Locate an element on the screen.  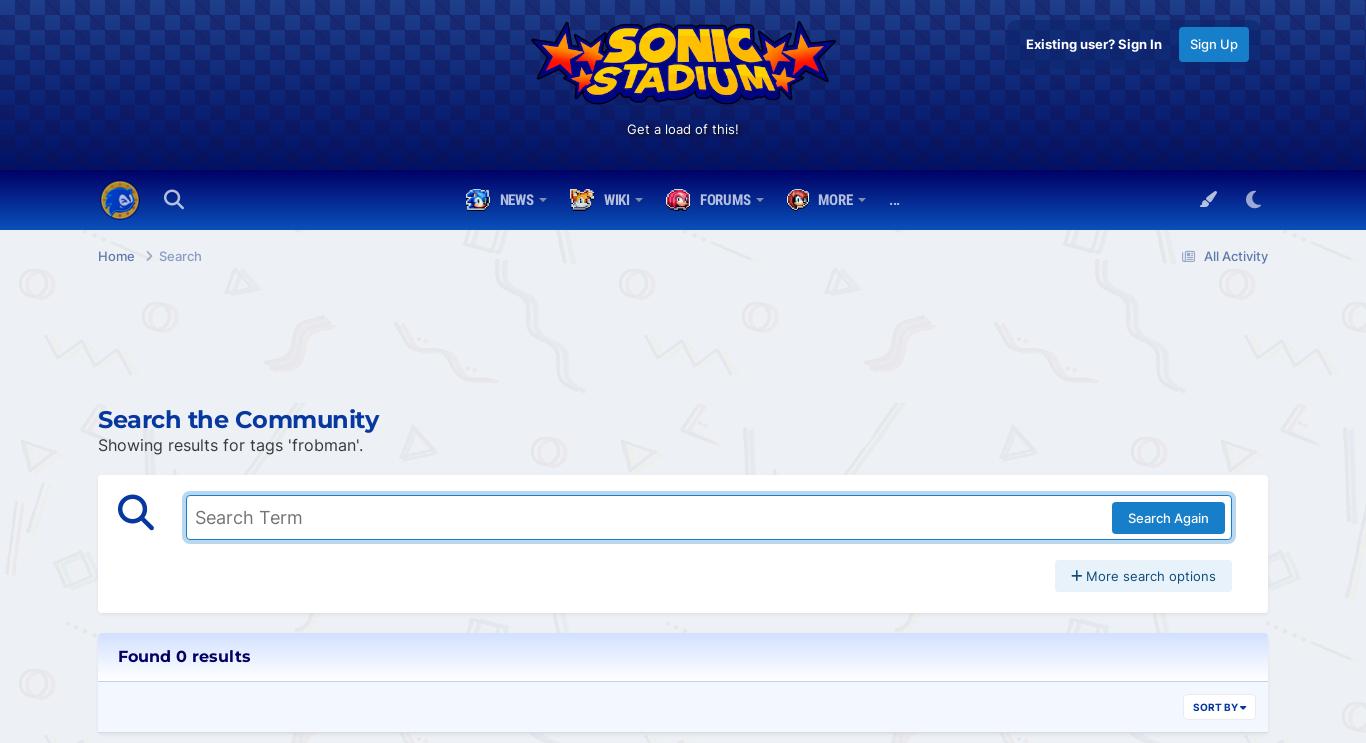
'Existing user? Sign In' is located at coordinates (1093, 42).